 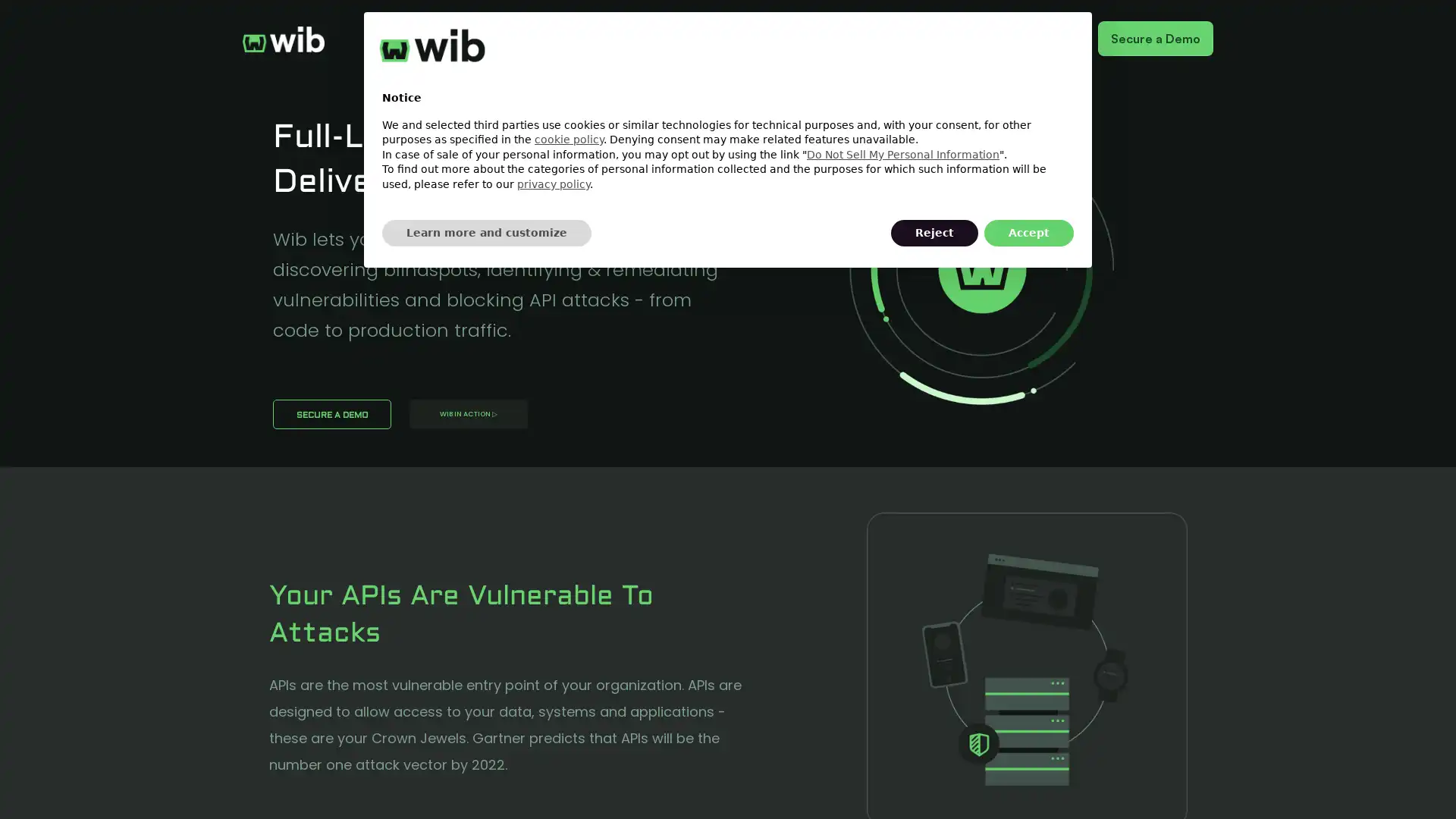 I want to click on Accept, so click(x=1029, y=233).